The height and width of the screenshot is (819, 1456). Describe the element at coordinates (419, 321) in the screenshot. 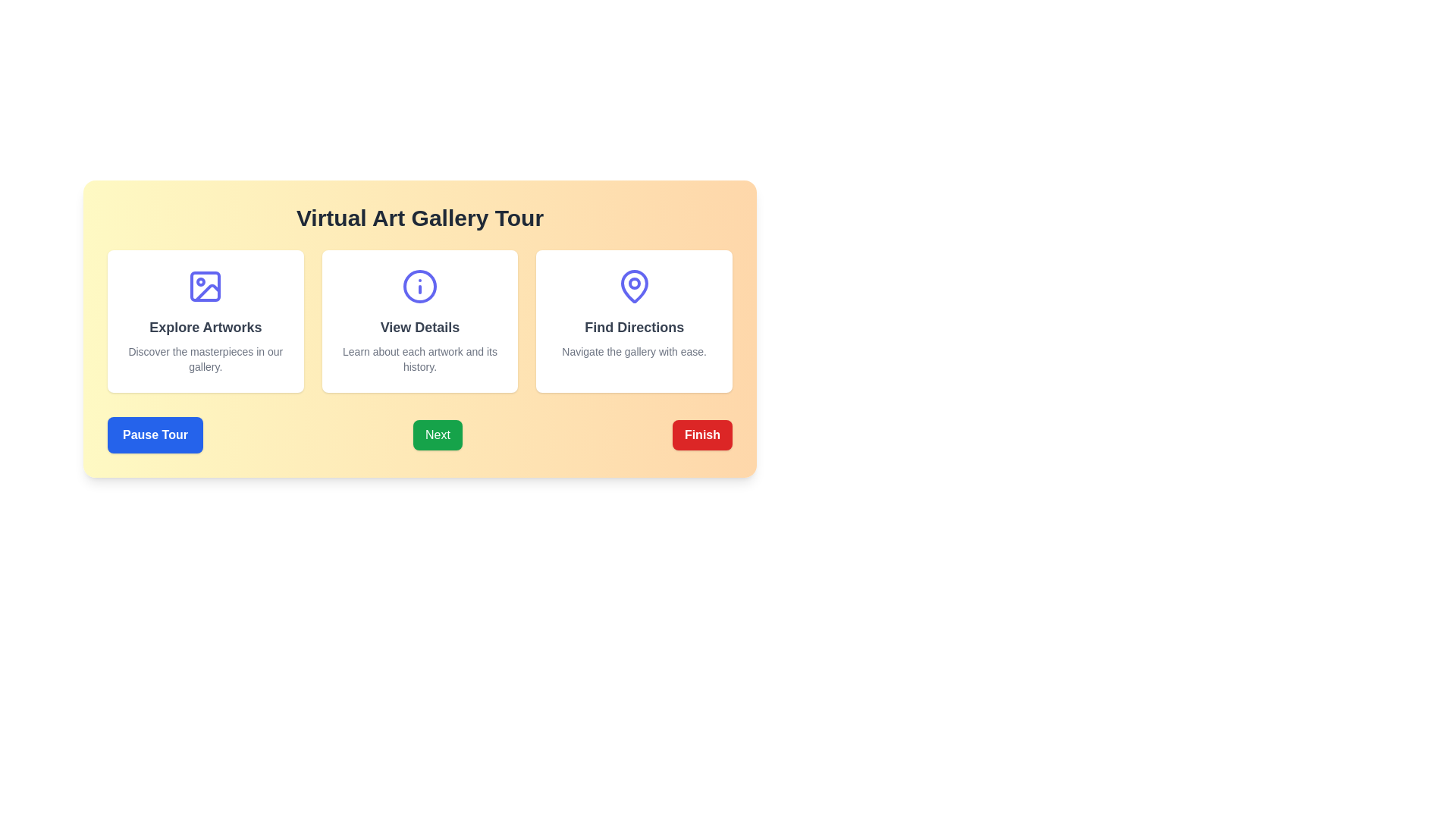

I see `displayed text on the second card in the gallery interface, which provides information about learning details for each artwork` at that location.